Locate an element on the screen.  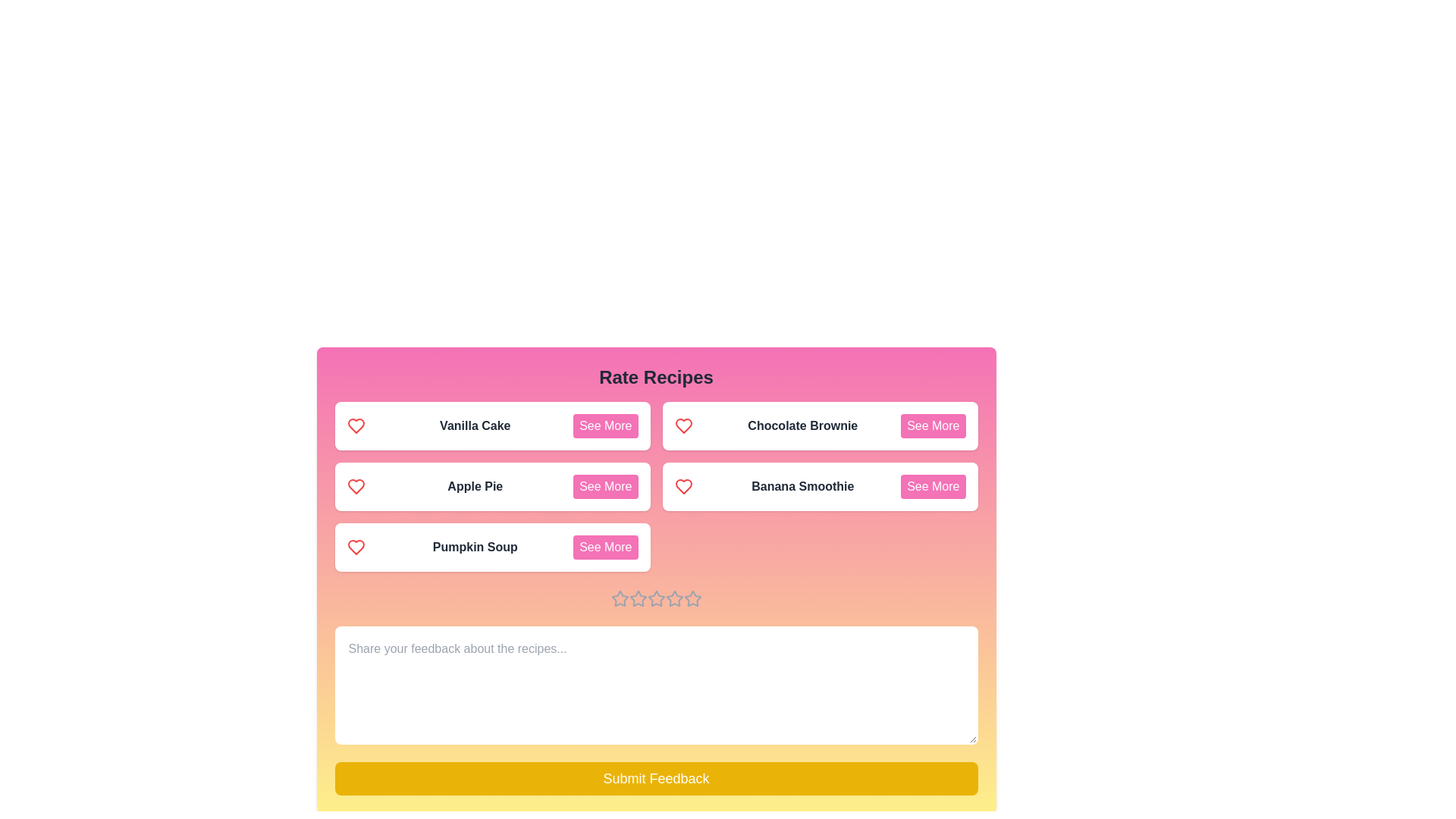
the 'See More' button for the recipe Apple Pie is located at coordinates (604, 486).